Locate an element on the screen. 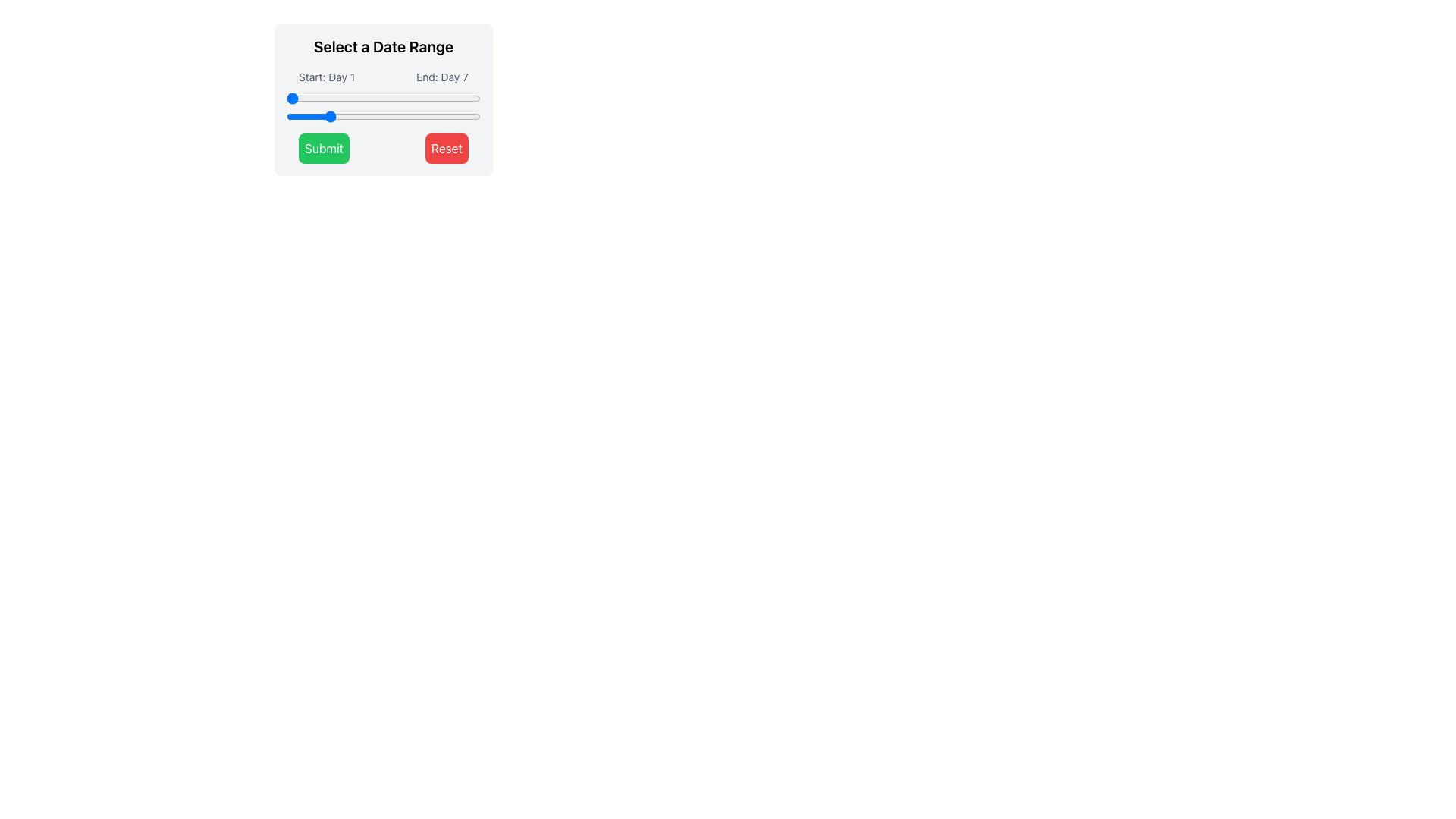 The image size is (1456, 819). the slider is located at coordinates (380, 116).